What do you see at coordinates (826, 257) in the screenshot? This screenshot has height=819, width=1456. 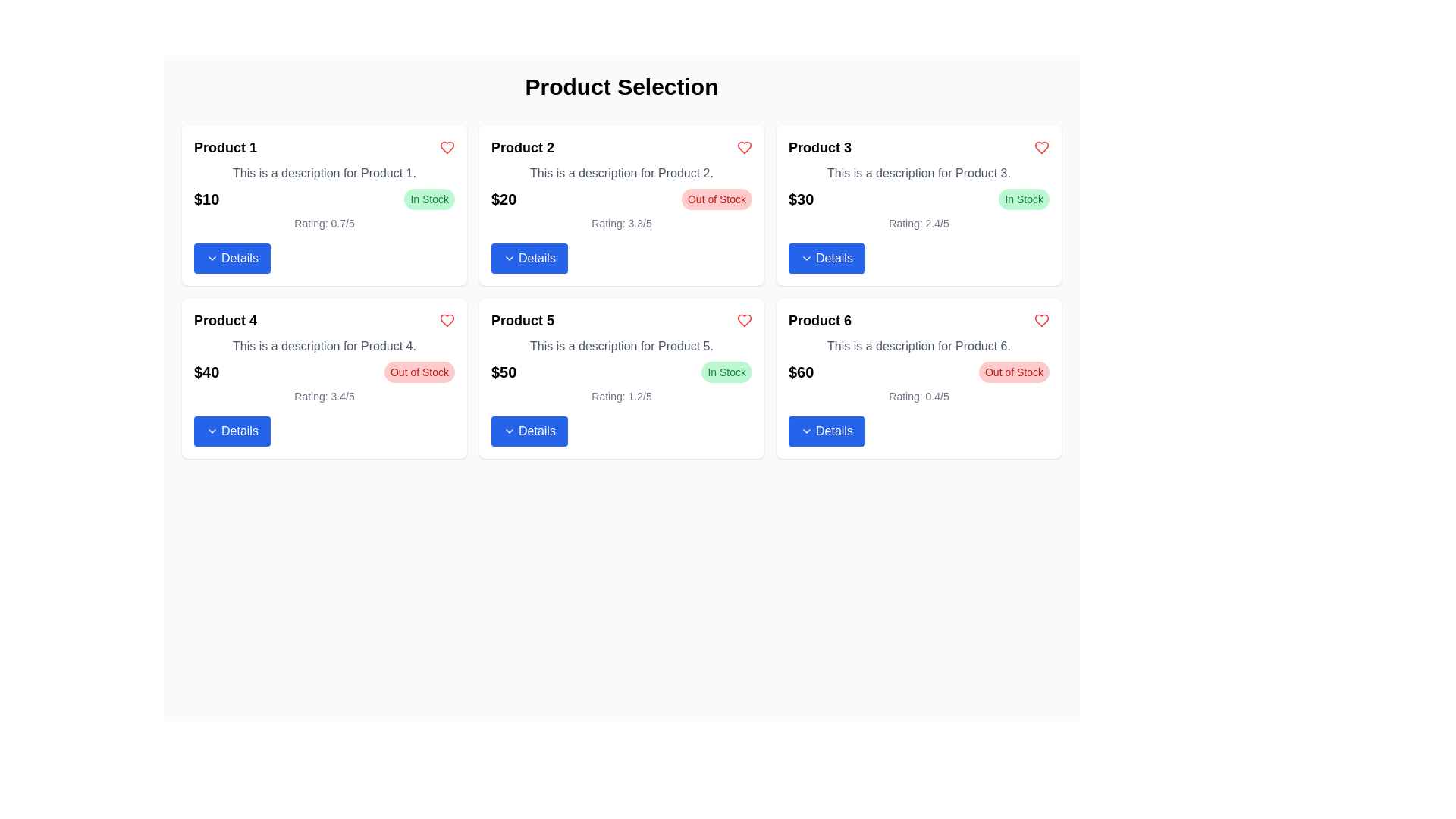 I see `the button located at the bottom of the card for 'Product 3'` at bounding box center [826, 257].